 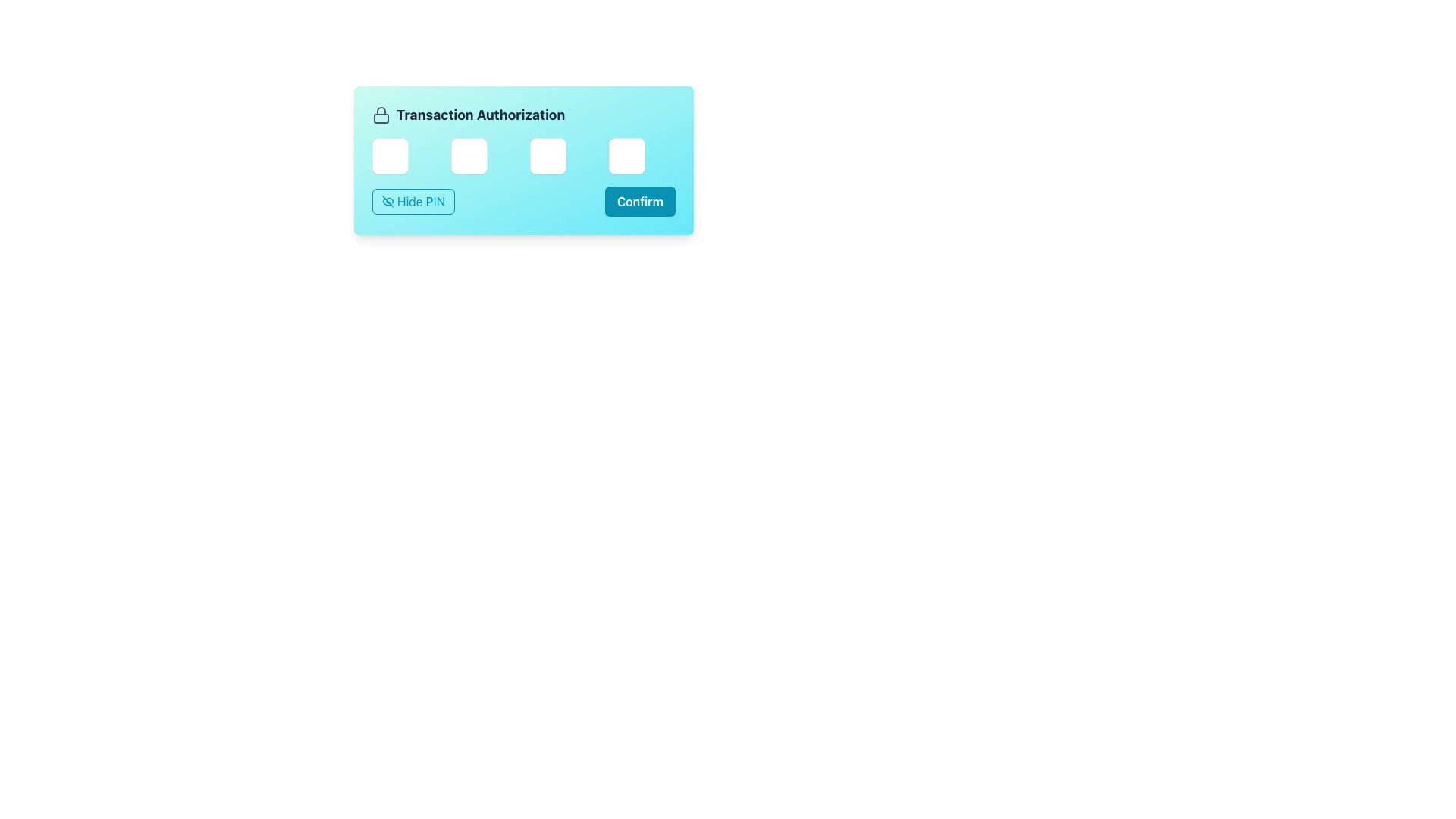 What do you see at coordinates (388, 201) in the screenshot?
I see `the 'Hide PIN' button which contains an eye icon with a diagonal line, indicating a 'hidden' function, located in the 'Transaction Authorization' modal` at bounding box center [388, 201].